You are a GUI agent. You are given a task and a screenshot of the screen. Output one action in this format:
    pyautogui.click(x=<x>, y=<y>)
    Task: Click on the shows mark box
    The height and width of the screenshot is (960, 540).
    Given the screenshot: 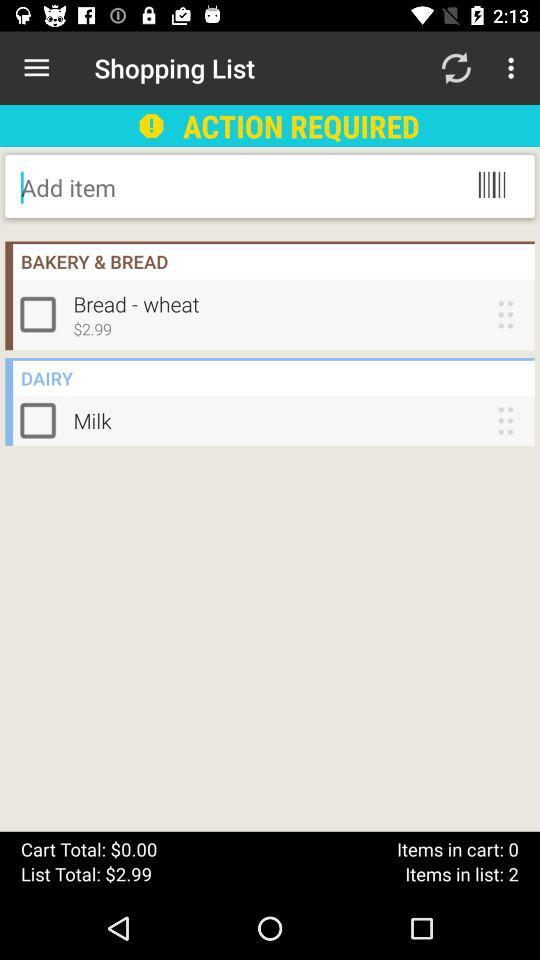 What is the action you would take?
    pyautogui.click(x=42, y=419)
    